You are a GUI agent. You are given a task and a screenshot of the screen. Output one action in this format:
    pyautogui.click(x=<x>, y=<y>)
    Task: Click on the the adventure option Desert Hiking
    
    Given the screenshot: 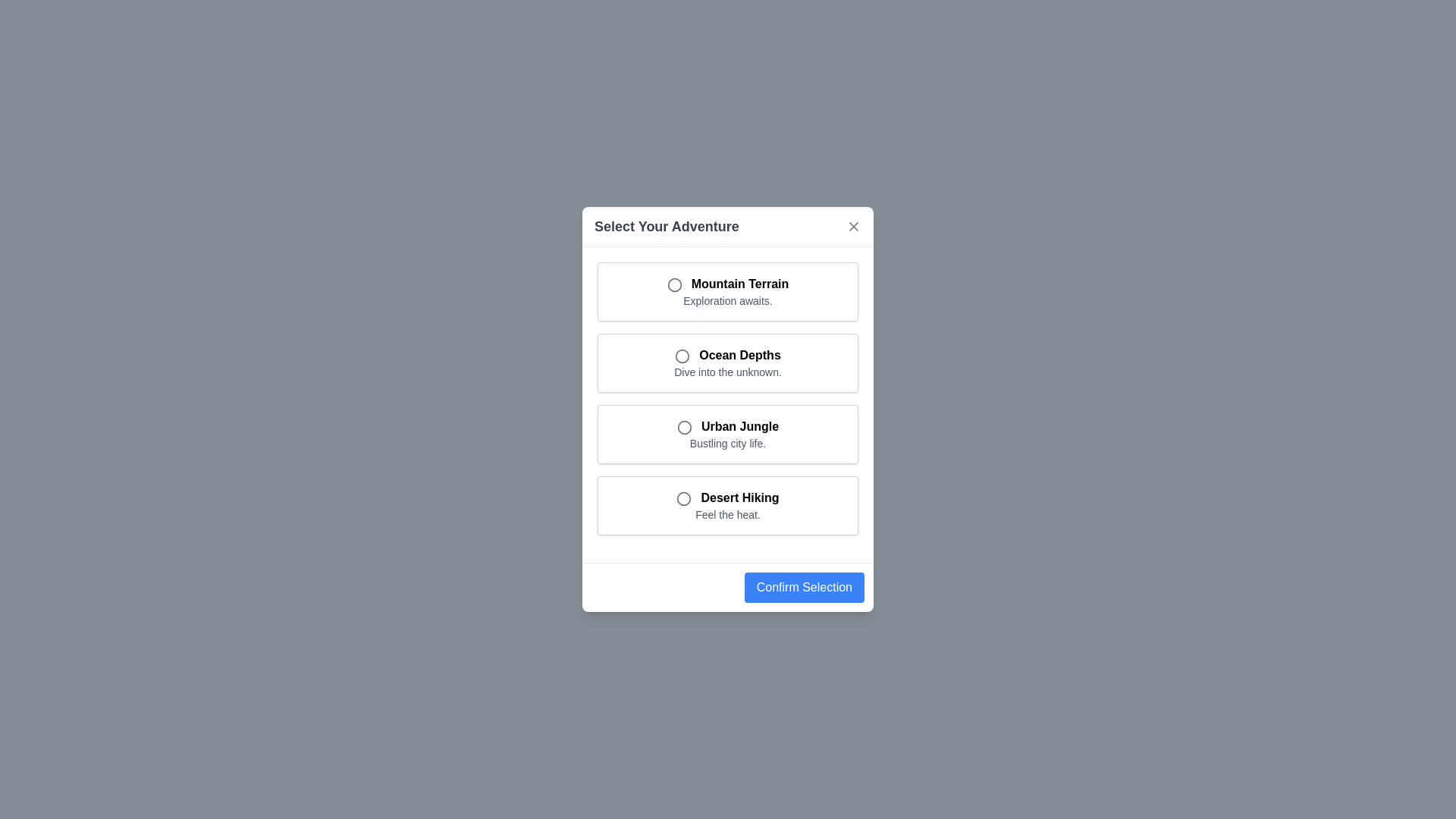 What is the action you would take?
    pyautogui.click(x=728, y=506)
    